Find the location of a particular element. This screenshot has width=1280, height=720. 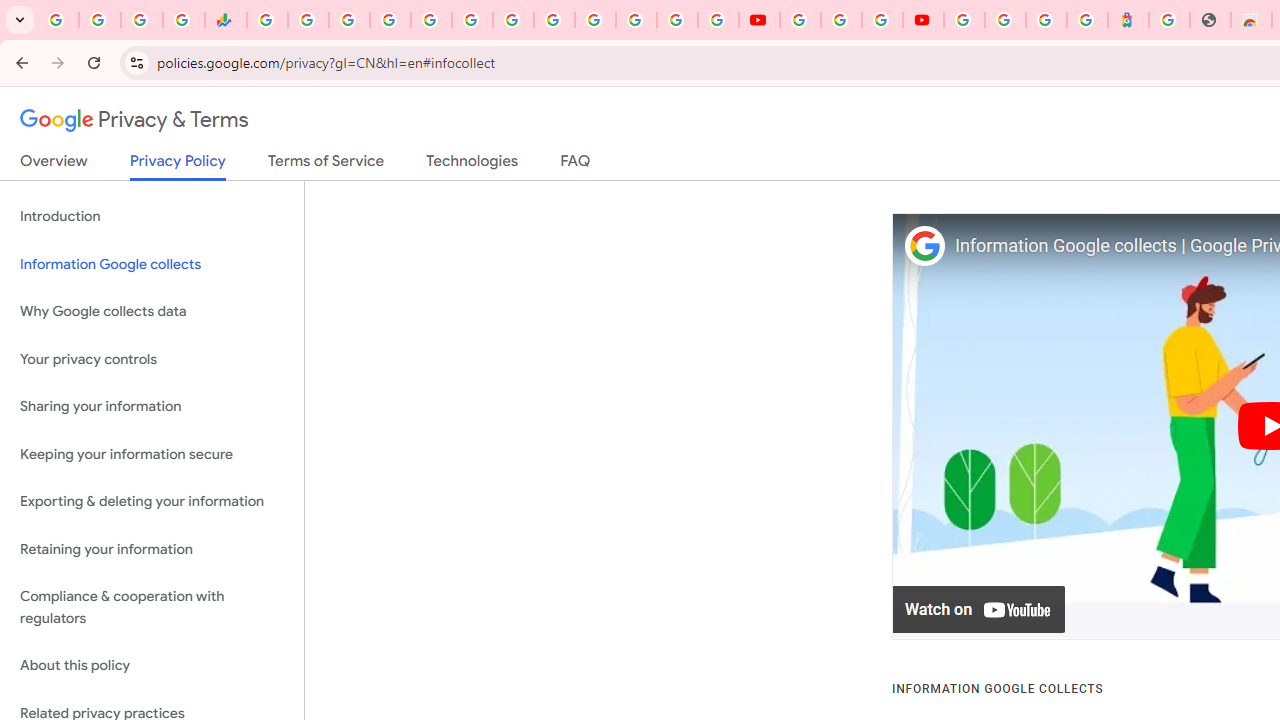

'Compliance & cooperation with regulators' is located at coordinates (151, 607).